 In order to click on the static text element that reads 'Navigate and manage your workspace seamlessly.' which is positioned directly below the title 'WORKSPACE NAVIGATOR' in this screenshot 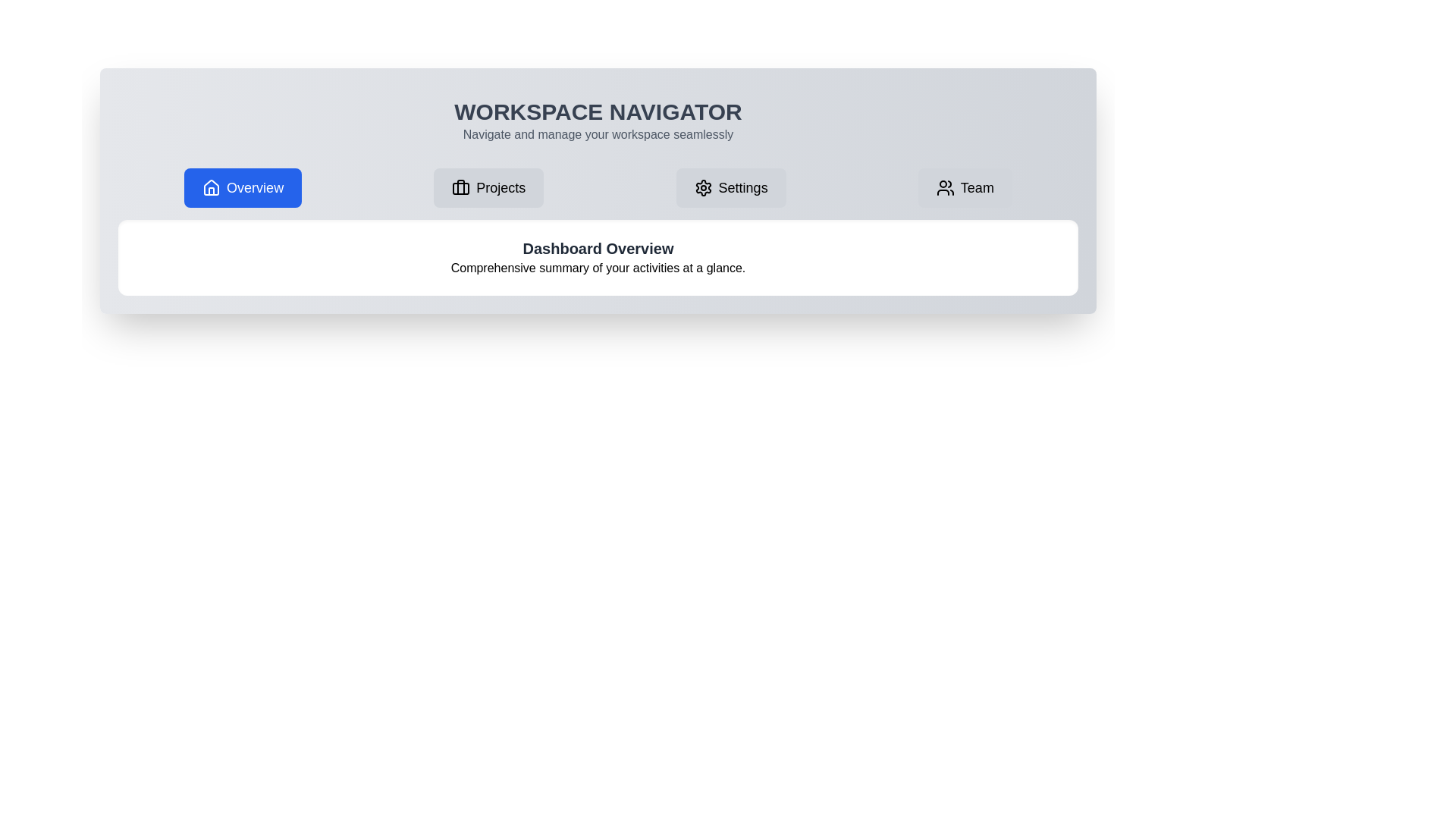, I will do `click(597, 133)`.